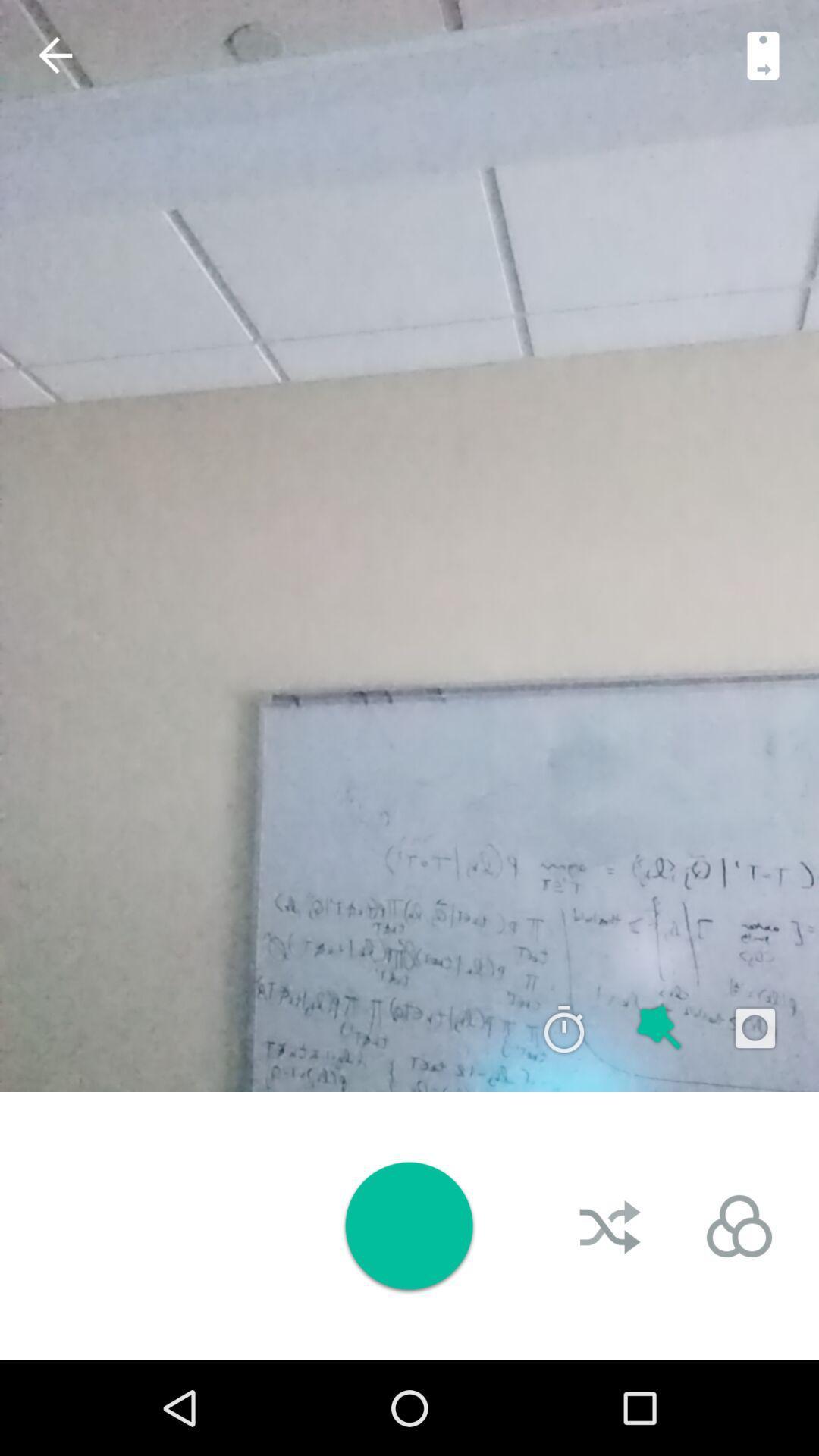 This screenshot has width=819, height=1456. I want to click on auto image filter adjustments, so click(659, 1028).